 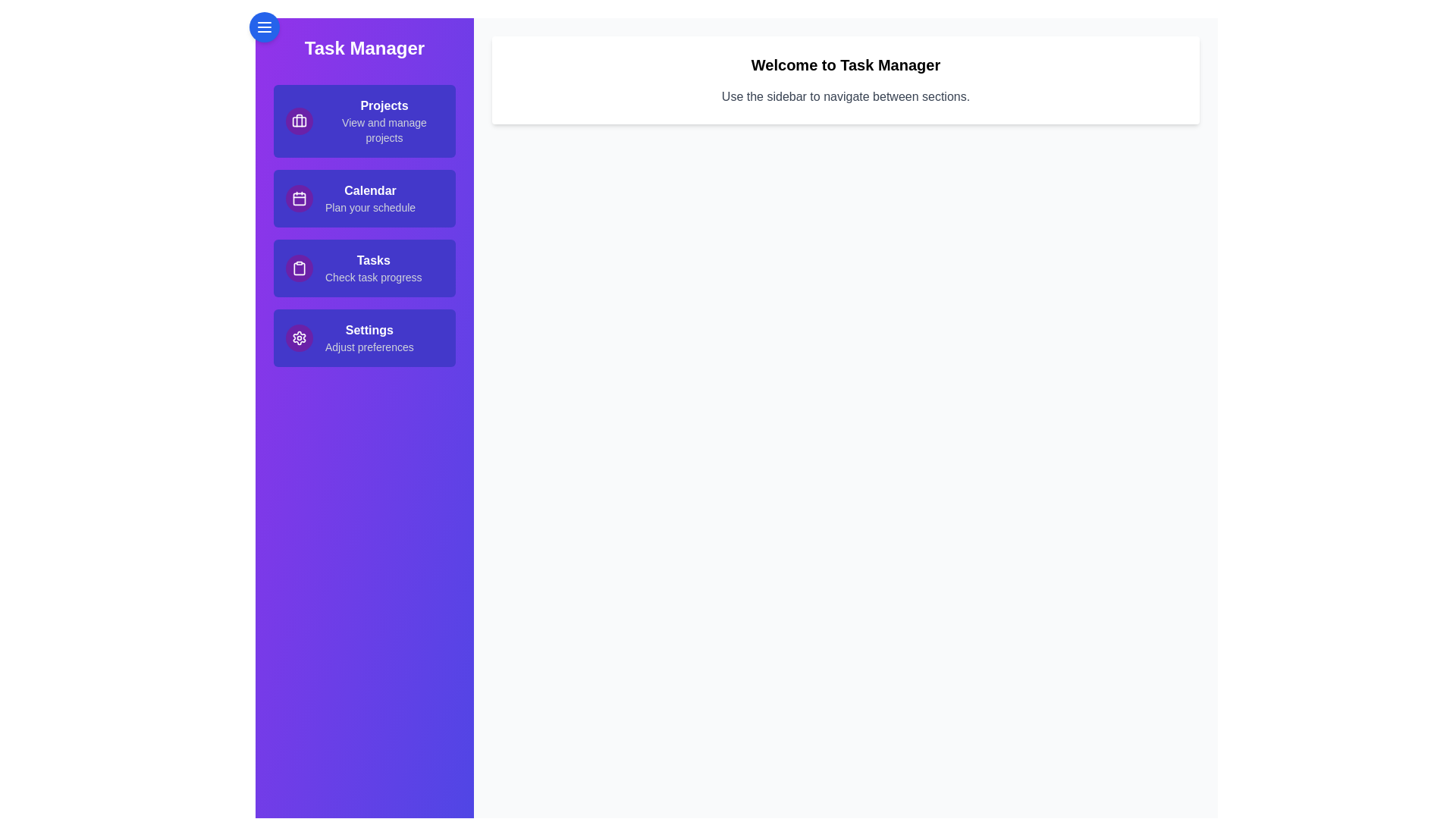 I want to click on the sidebar item Tasks to reveal its hover effect, so click(x=364, y=268).